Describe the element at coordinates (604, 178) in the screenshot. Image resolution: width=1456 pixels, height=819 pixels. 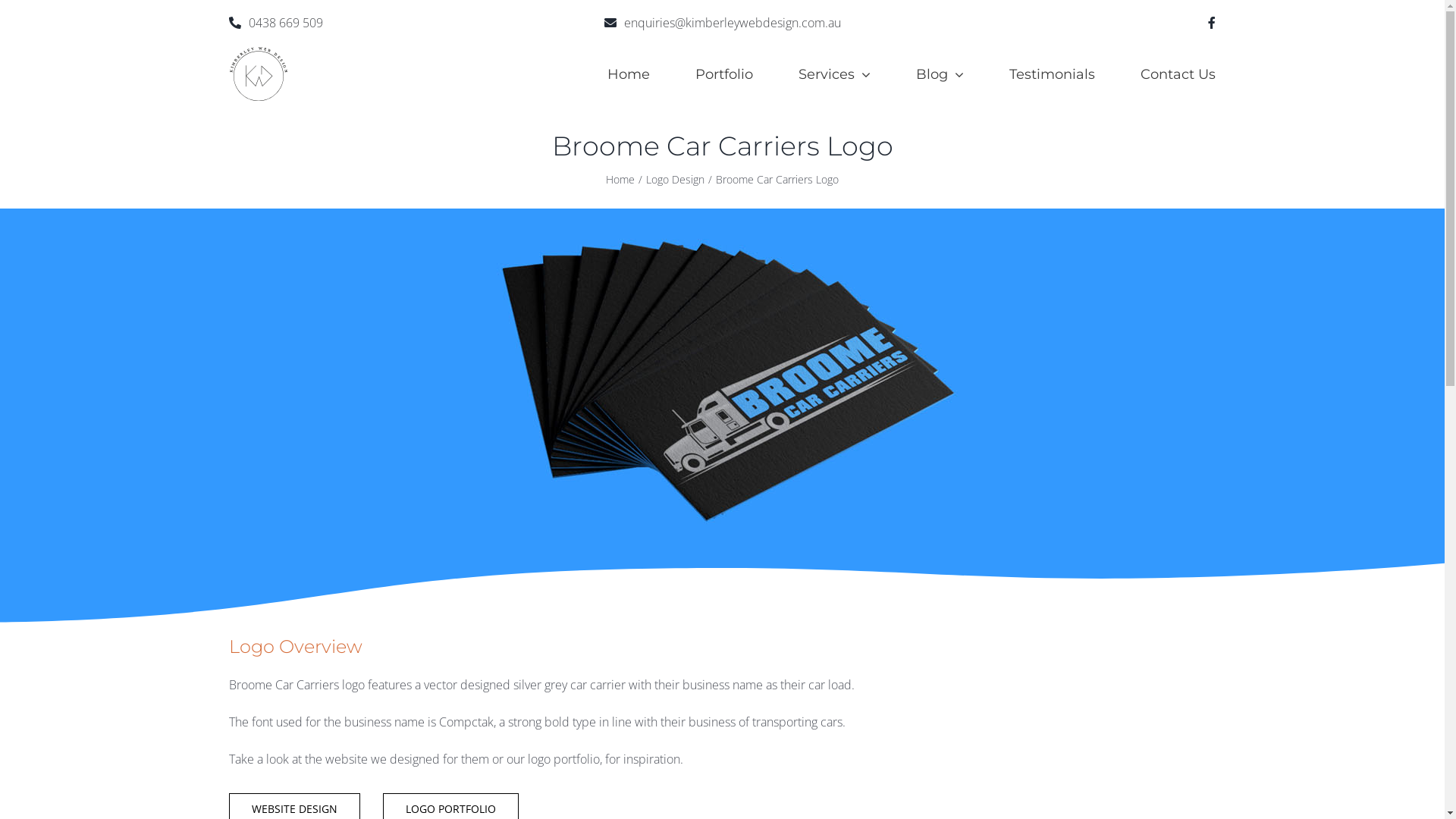
I see `'Home'` at that location.